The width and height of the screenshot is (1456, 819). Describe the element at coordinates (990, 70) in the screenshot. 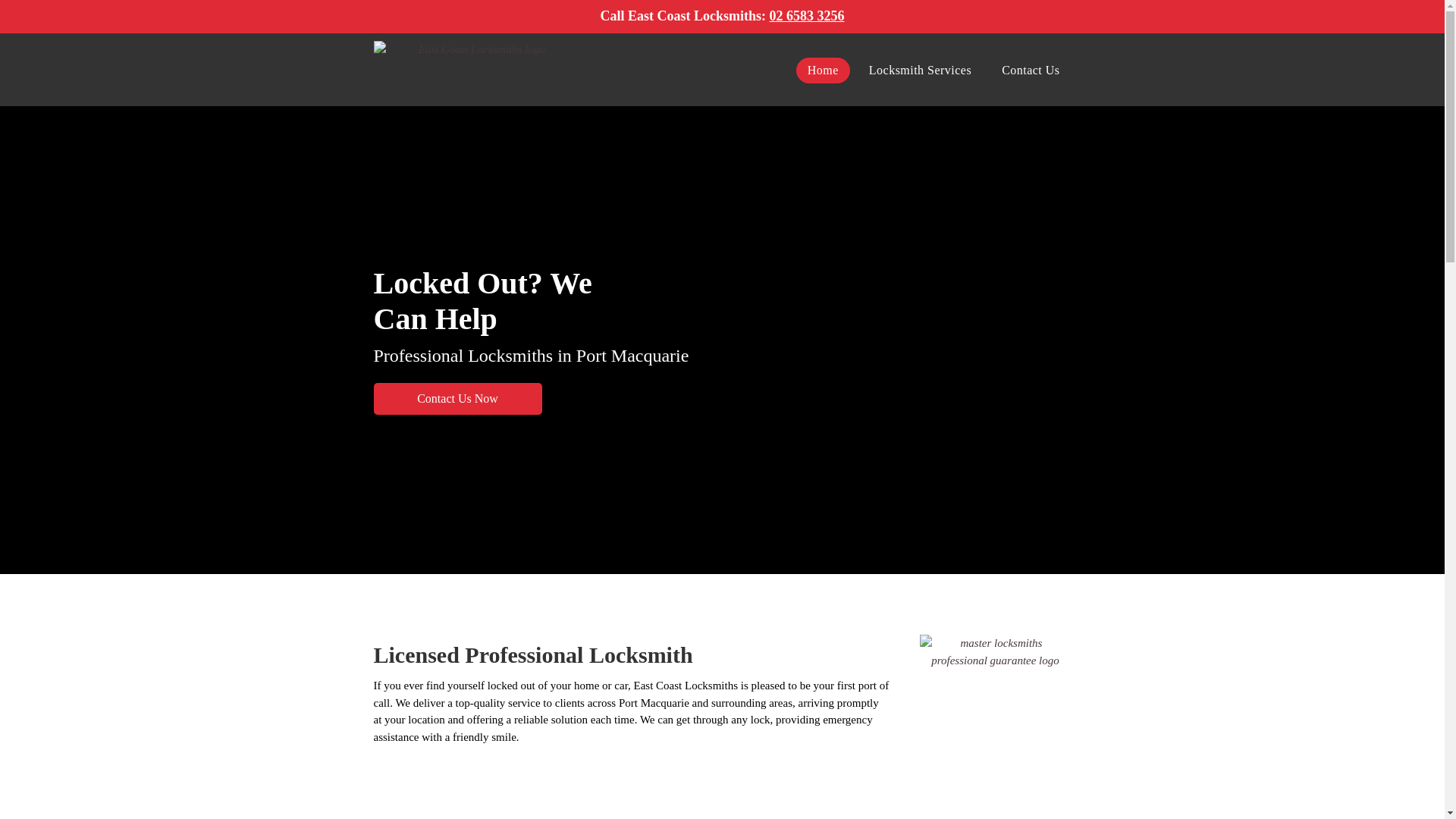

I see `'Contact Us'` at that location.